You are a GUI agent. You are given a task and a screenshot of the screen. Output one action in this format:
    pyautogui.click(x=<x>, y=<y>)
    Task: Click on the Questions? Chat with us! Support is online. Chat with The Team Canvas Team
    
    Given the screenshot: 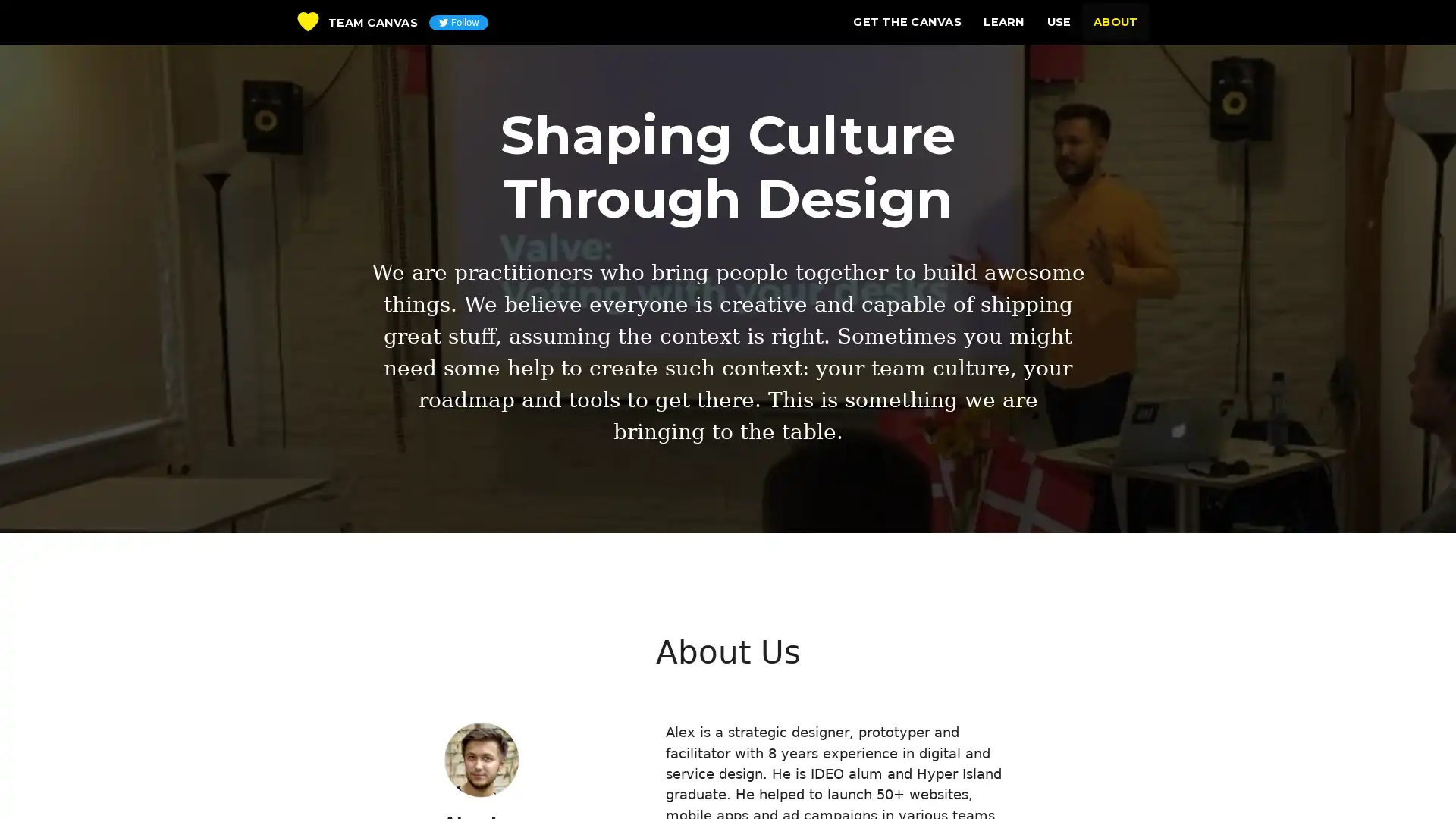 What is the action you would take?
    pyautogui.click(x=1414, y=780)
    